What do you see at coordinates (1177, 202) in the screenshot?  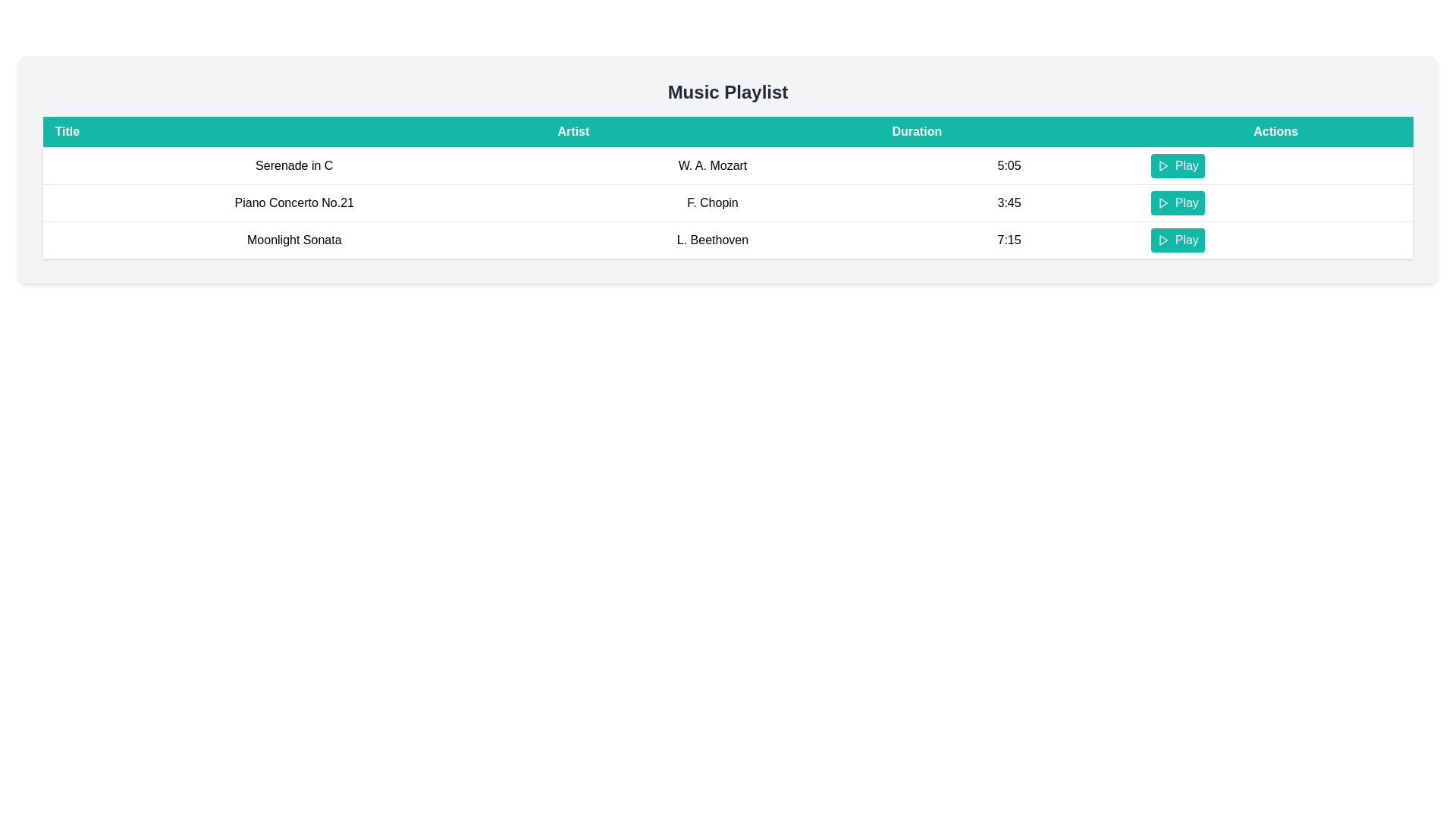 I see `the 'Play' button with a teal background and a white label reading 'Play', which is horizontally aligned with the 'Piano Concerto No.21' entry in the 'Title' column` at bounding box center [1177, 202].